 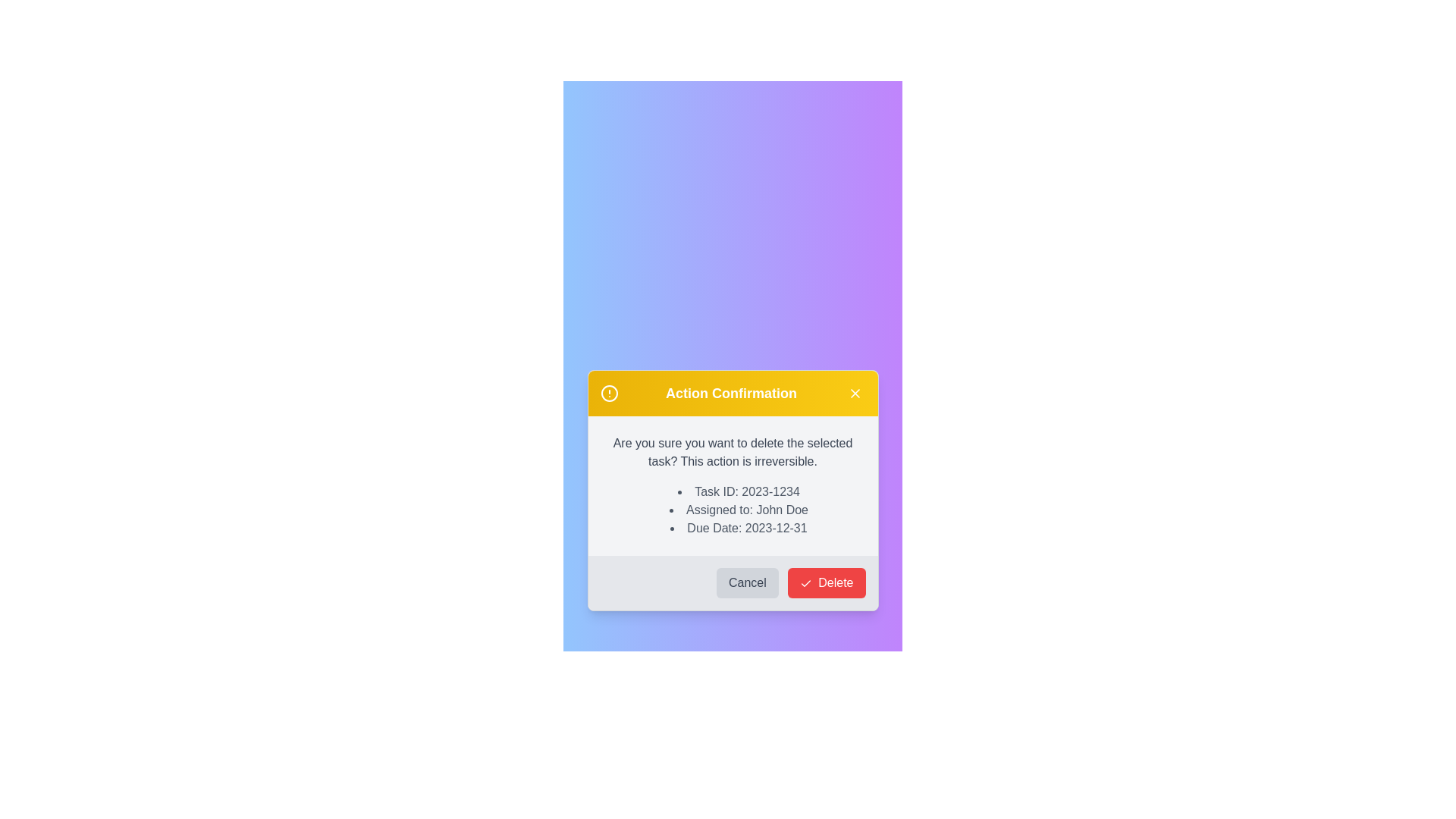 I want to click on the Close button icon located in the top-right corner of the yellow banner on the confirmation dialog, so click(x=855, y=393).